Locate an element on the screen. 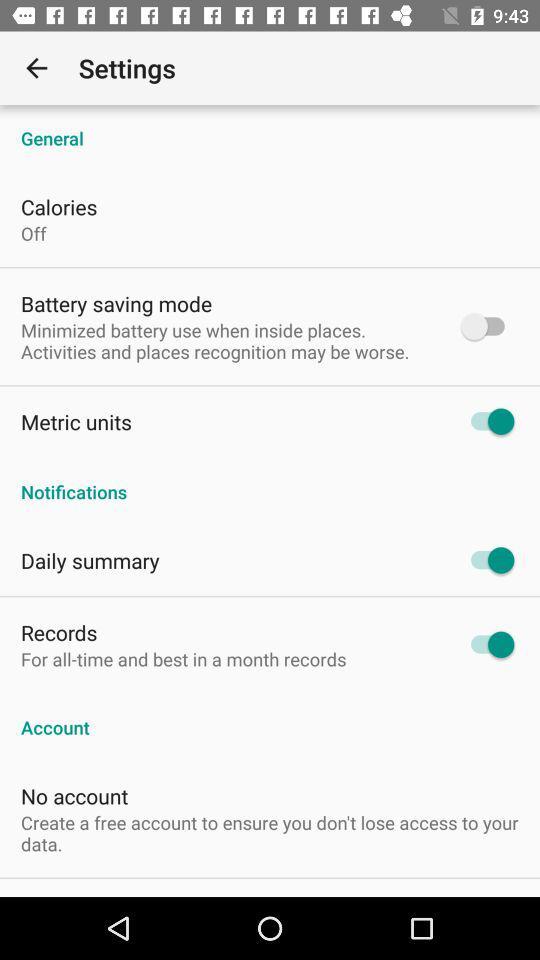 This screenshot has width=540, height=960. item above general icon is located at coordinates (36, 68).